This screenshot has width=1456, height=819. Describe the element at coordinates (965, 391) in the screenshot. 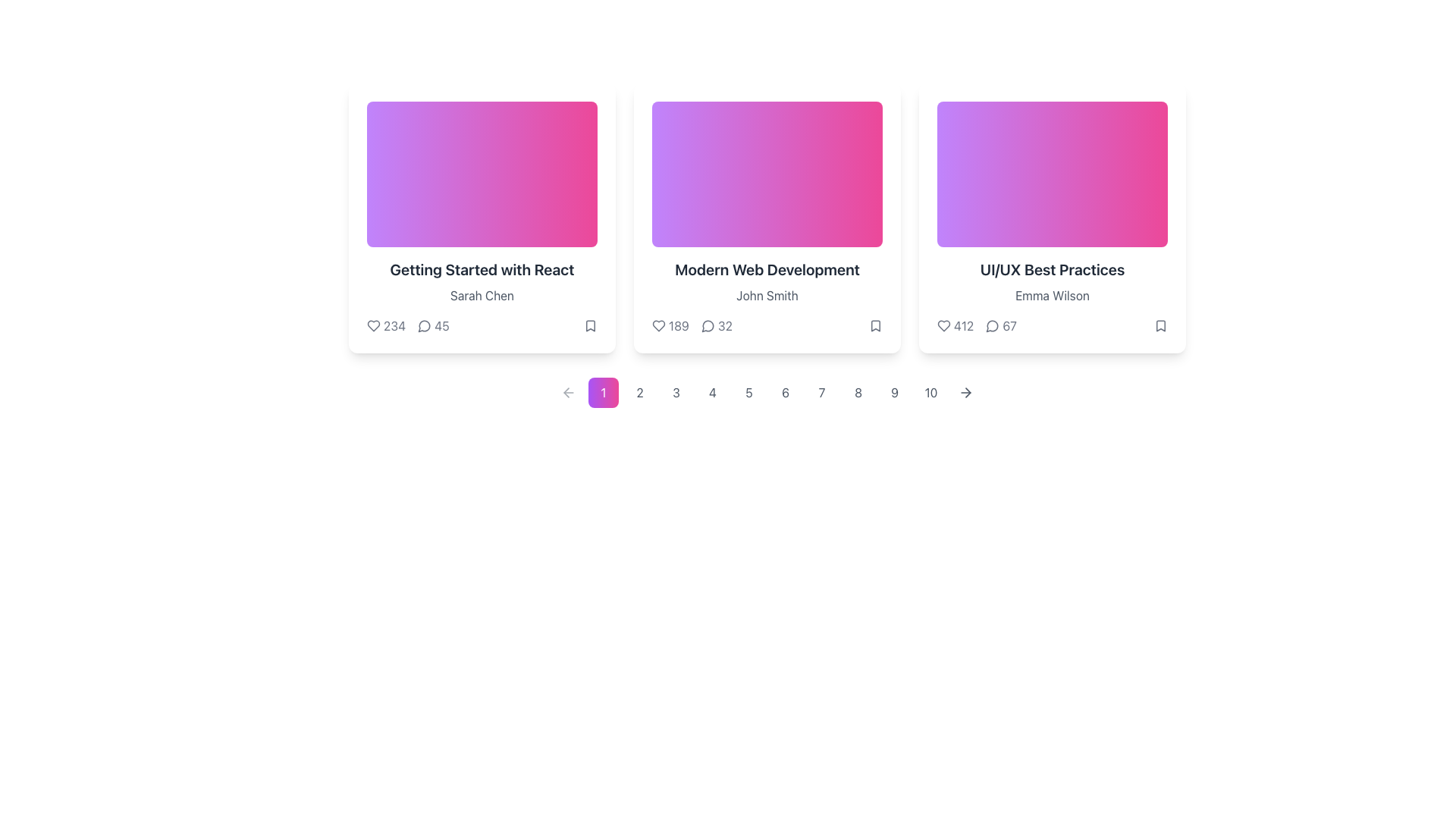

I see `the forward navigation button, which is a gray arrow icon pointing to the right, located to the right of the number '10' in the pagination control bar` at that location.